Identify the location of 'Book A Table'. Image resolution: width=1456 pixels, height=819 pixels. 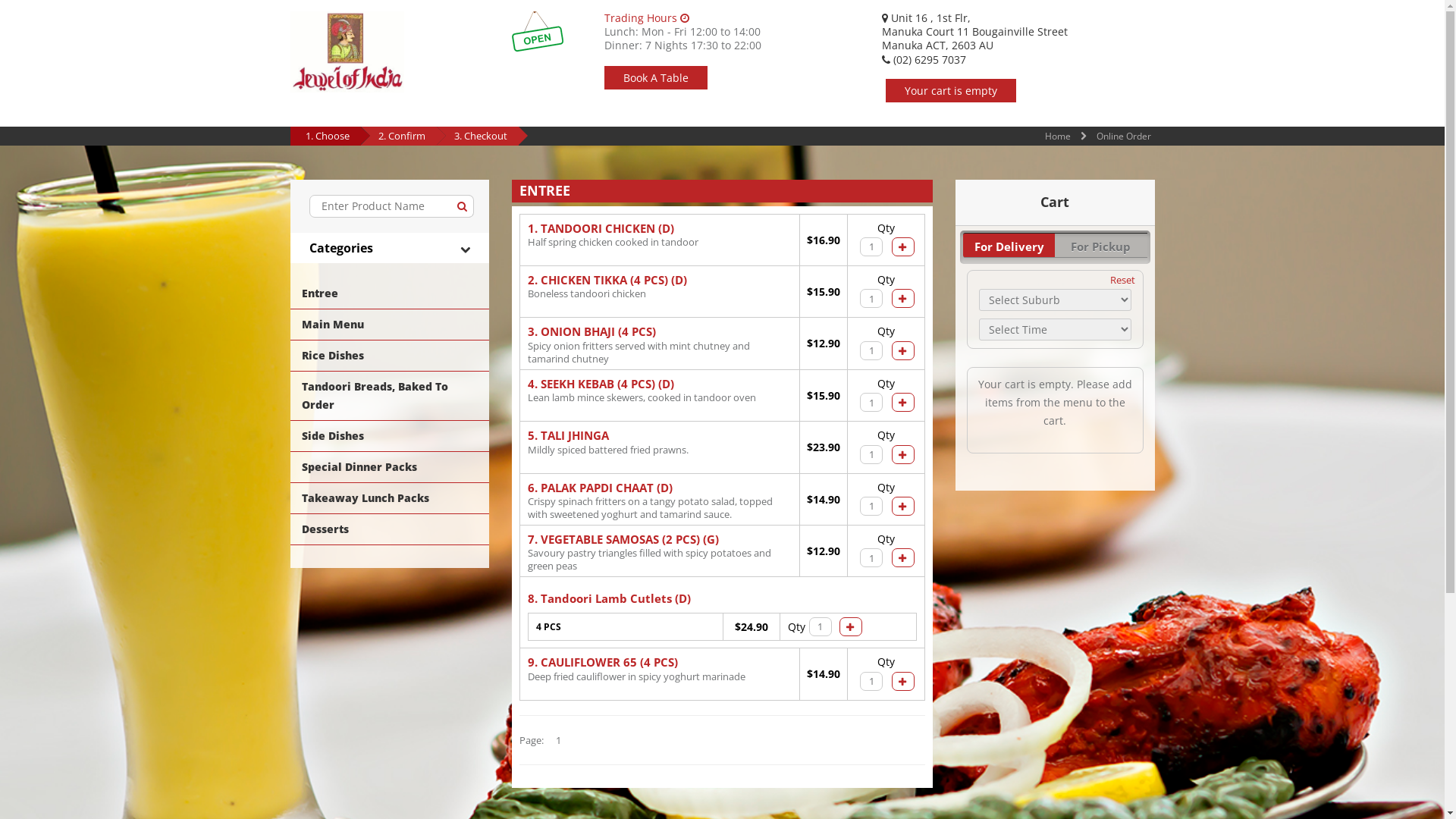
(655, 77).